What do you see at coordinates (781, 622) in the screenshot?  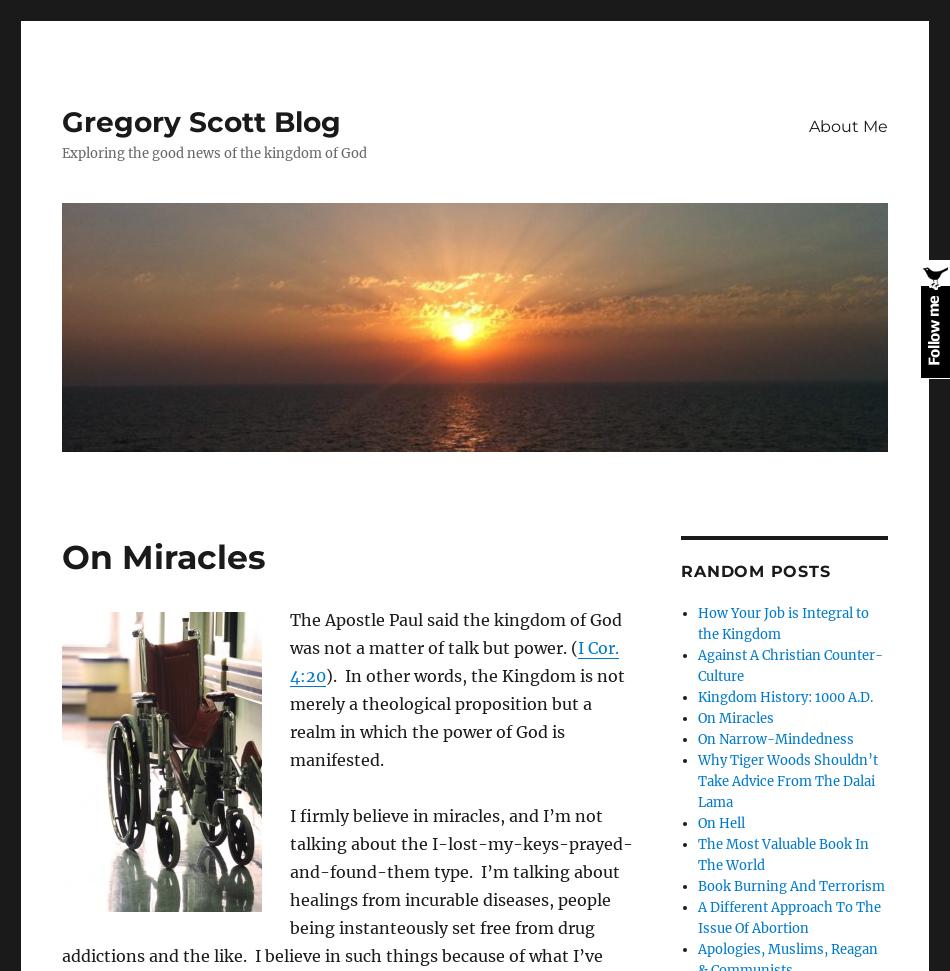 I see `'How Your Job is Integral to the Kingdom'` at bounding box center [781, 622].